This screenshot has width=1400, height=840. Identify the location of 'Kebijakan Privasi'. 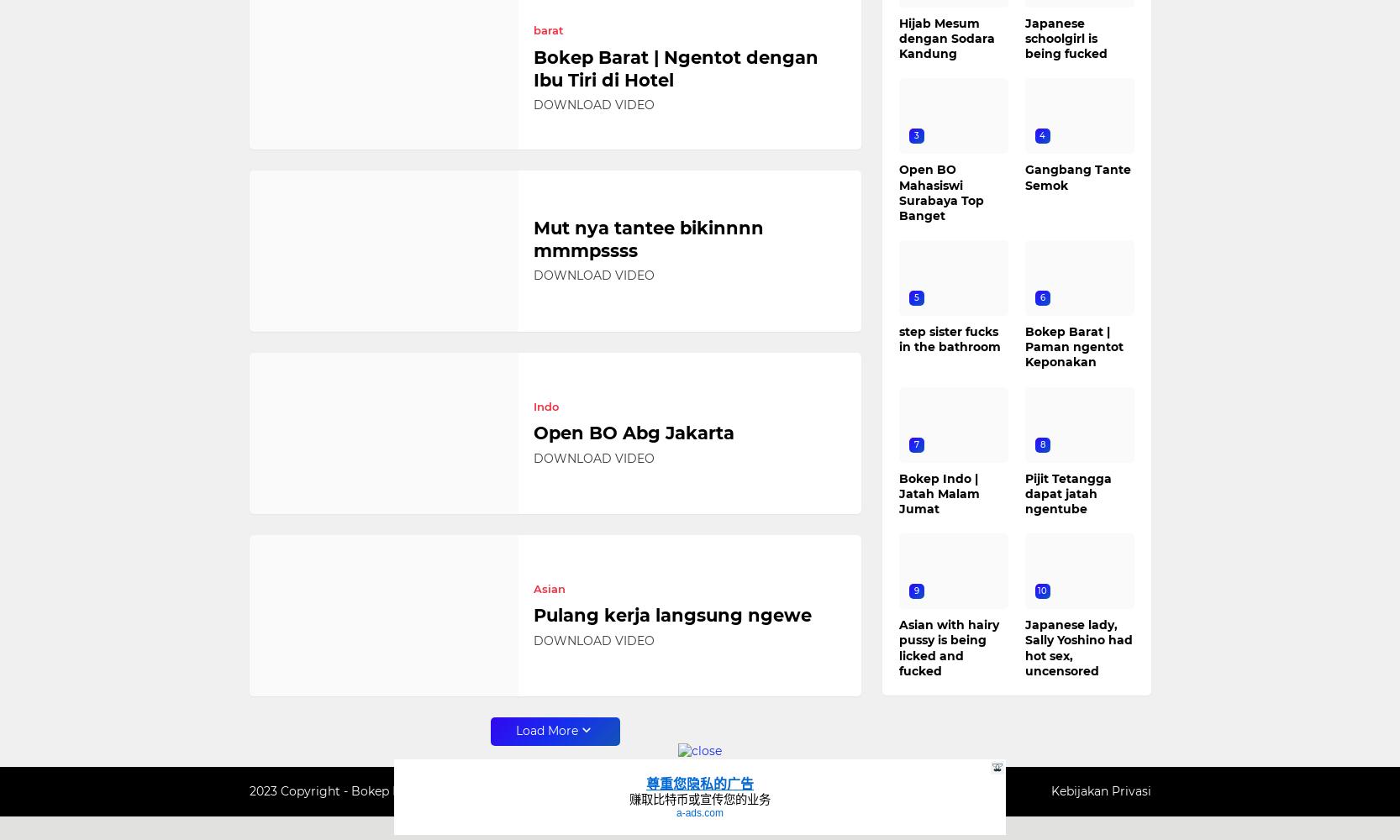
(1050, 790).